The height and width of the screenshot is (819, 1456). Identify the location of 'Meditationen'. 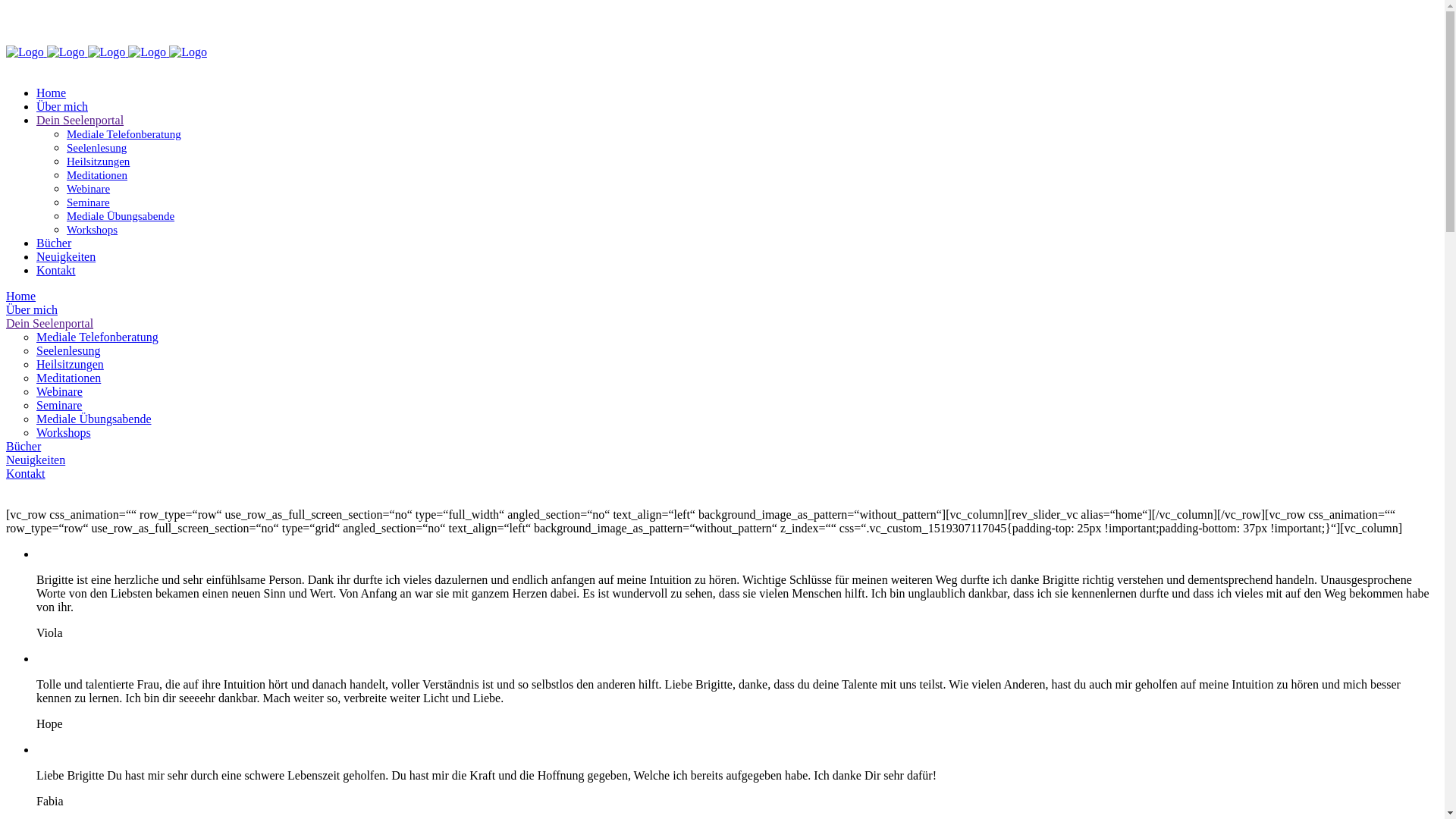
(36, 377).